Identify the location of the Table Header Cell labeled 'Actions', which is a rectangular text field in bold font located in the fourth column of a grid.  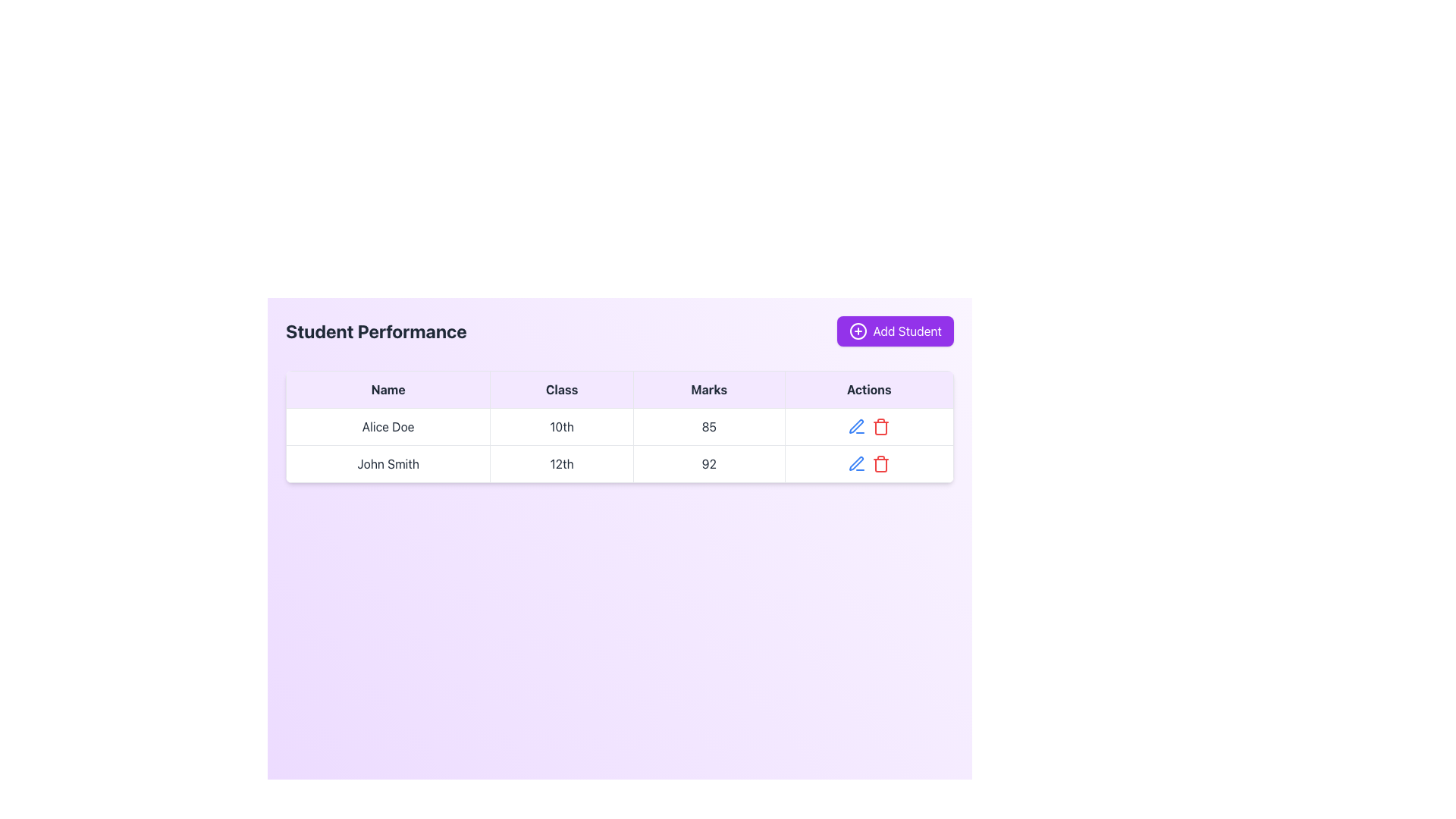
(869, 388).